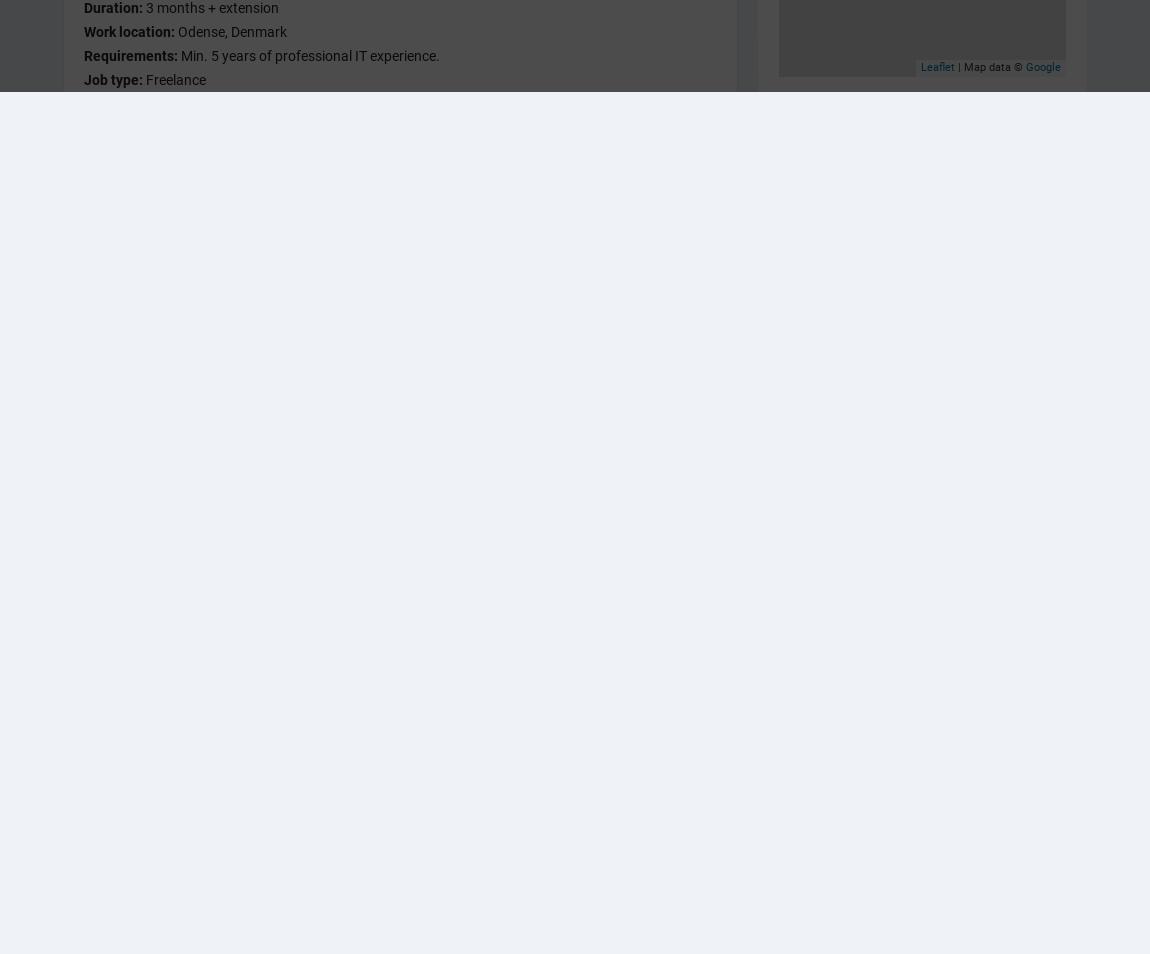  I want to click on 'Som selvstændig eller freelancer sætter du selv prisen på dit eget arbejde. IDA giver gode råd til, hvordan du beregner honoraret for en opgave.', so click(399, 550).